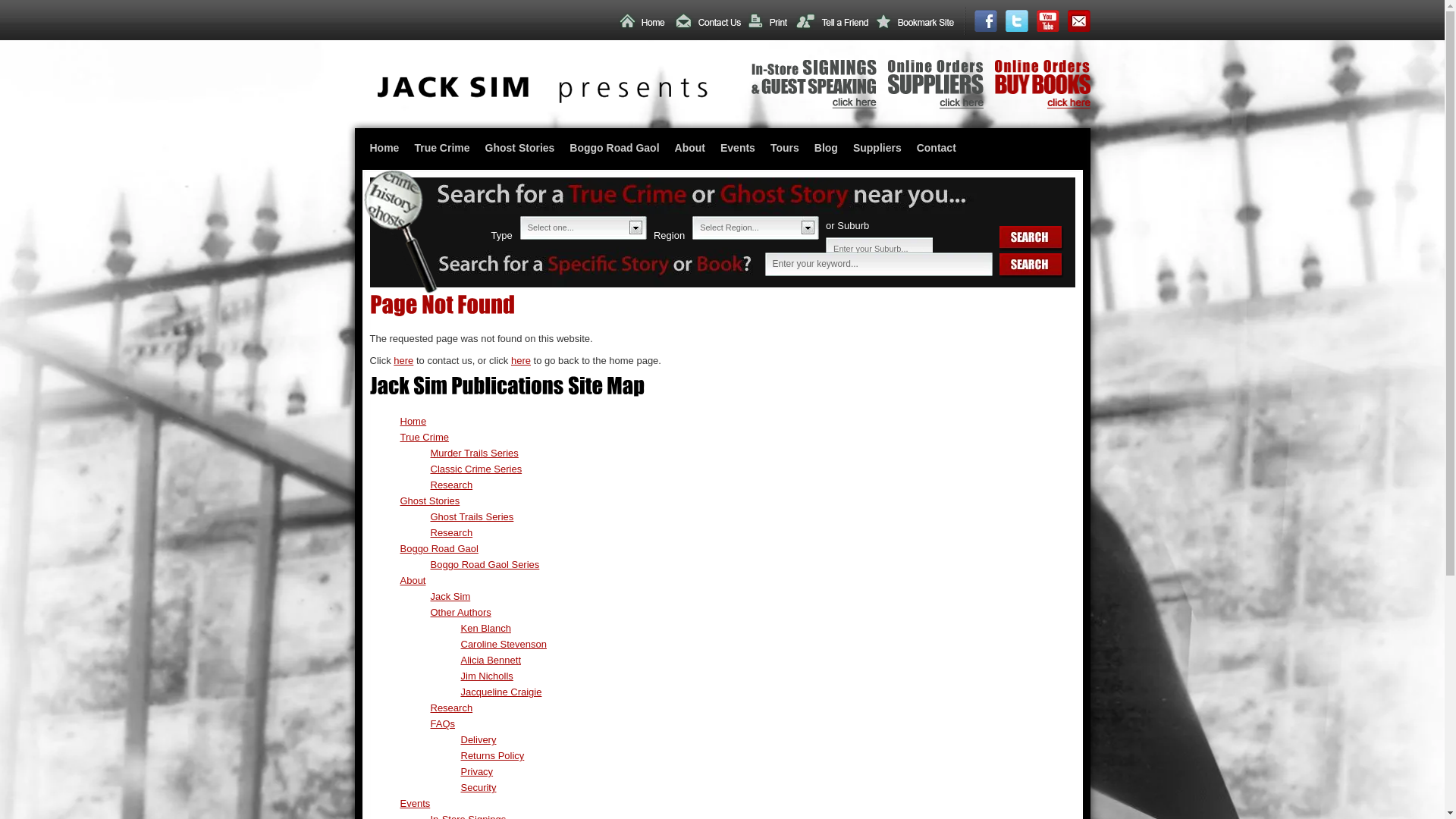  I want to click on 'Home', so click(384, 149).